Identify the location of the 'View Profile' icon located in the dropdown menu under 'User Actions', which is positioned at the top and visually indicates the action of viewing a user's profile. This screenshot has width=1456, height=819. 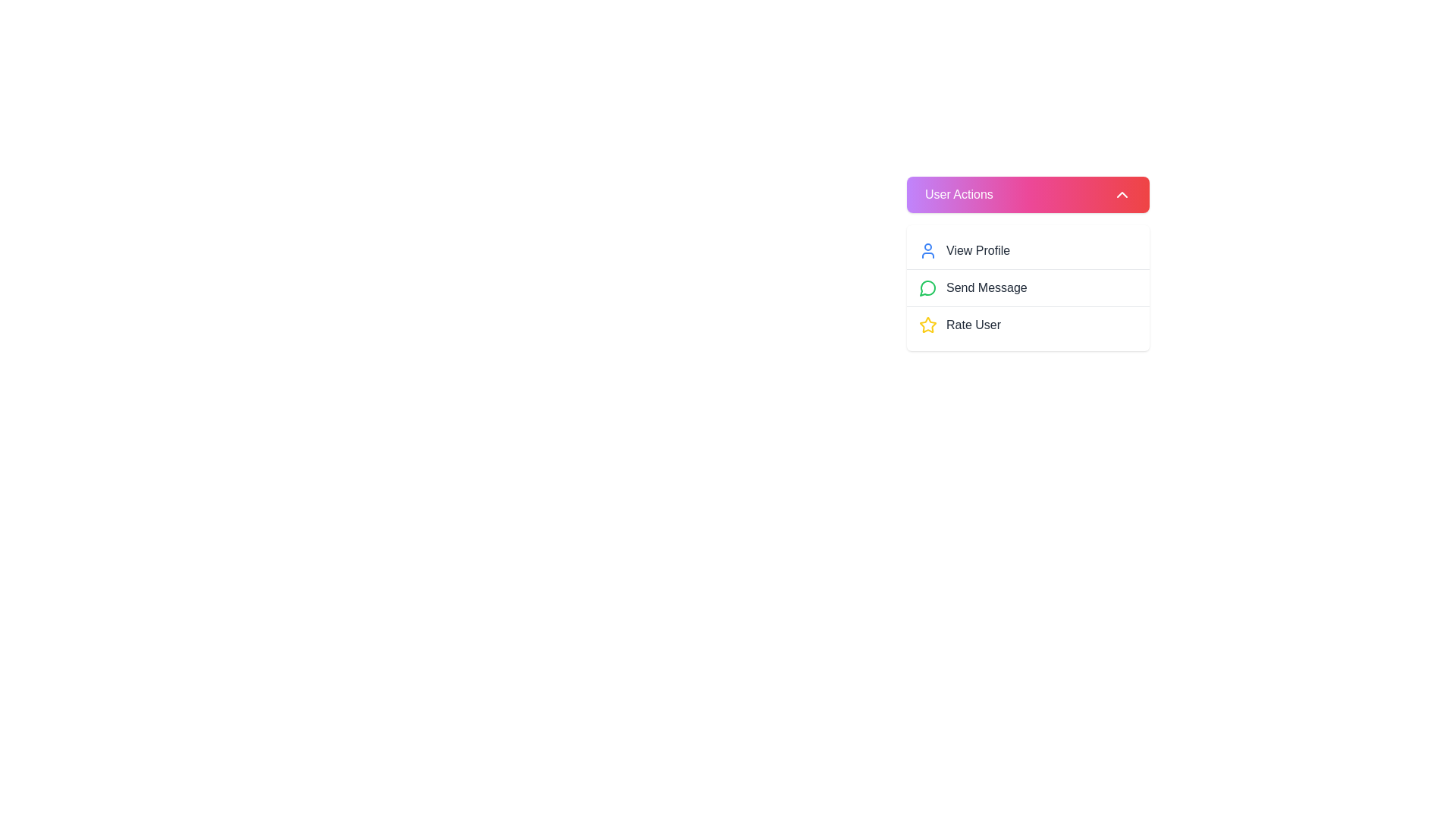
(927, 250).